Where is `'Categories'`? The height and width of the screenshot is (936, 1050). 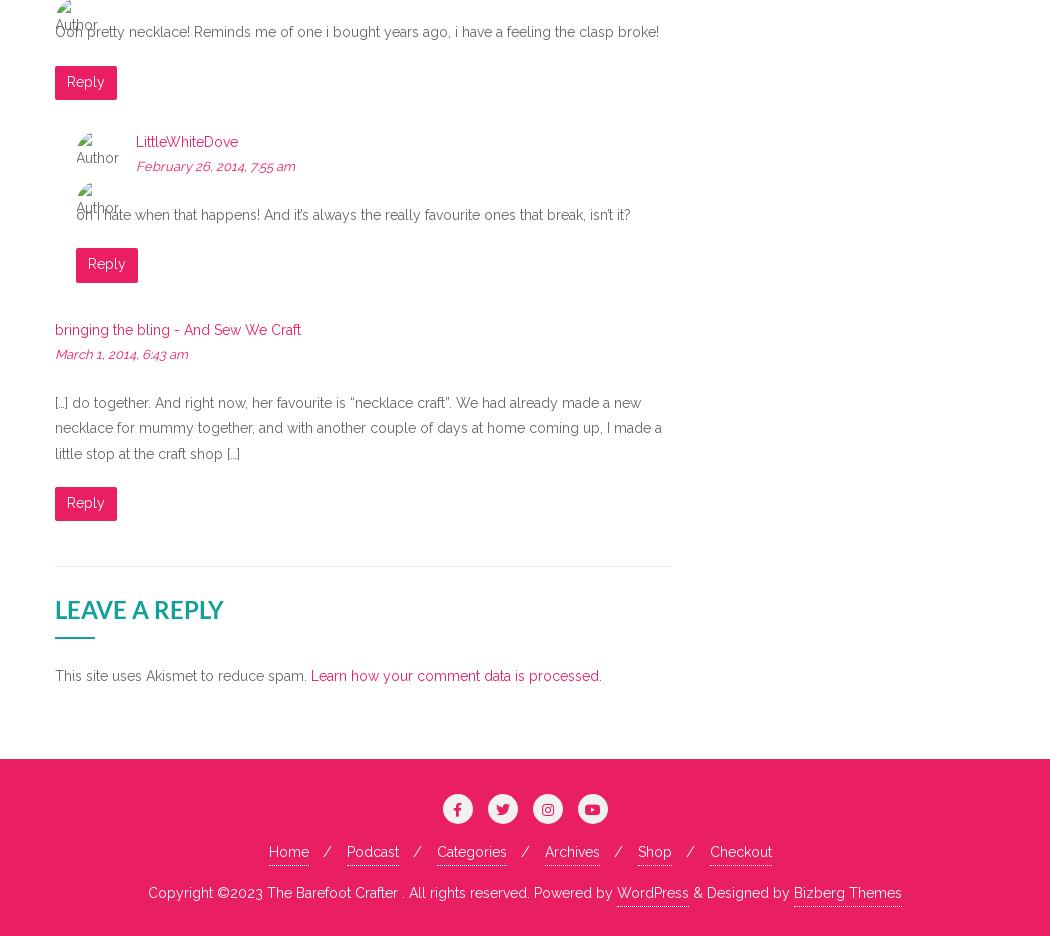 'Categories' is located at coordinates (471, 851).